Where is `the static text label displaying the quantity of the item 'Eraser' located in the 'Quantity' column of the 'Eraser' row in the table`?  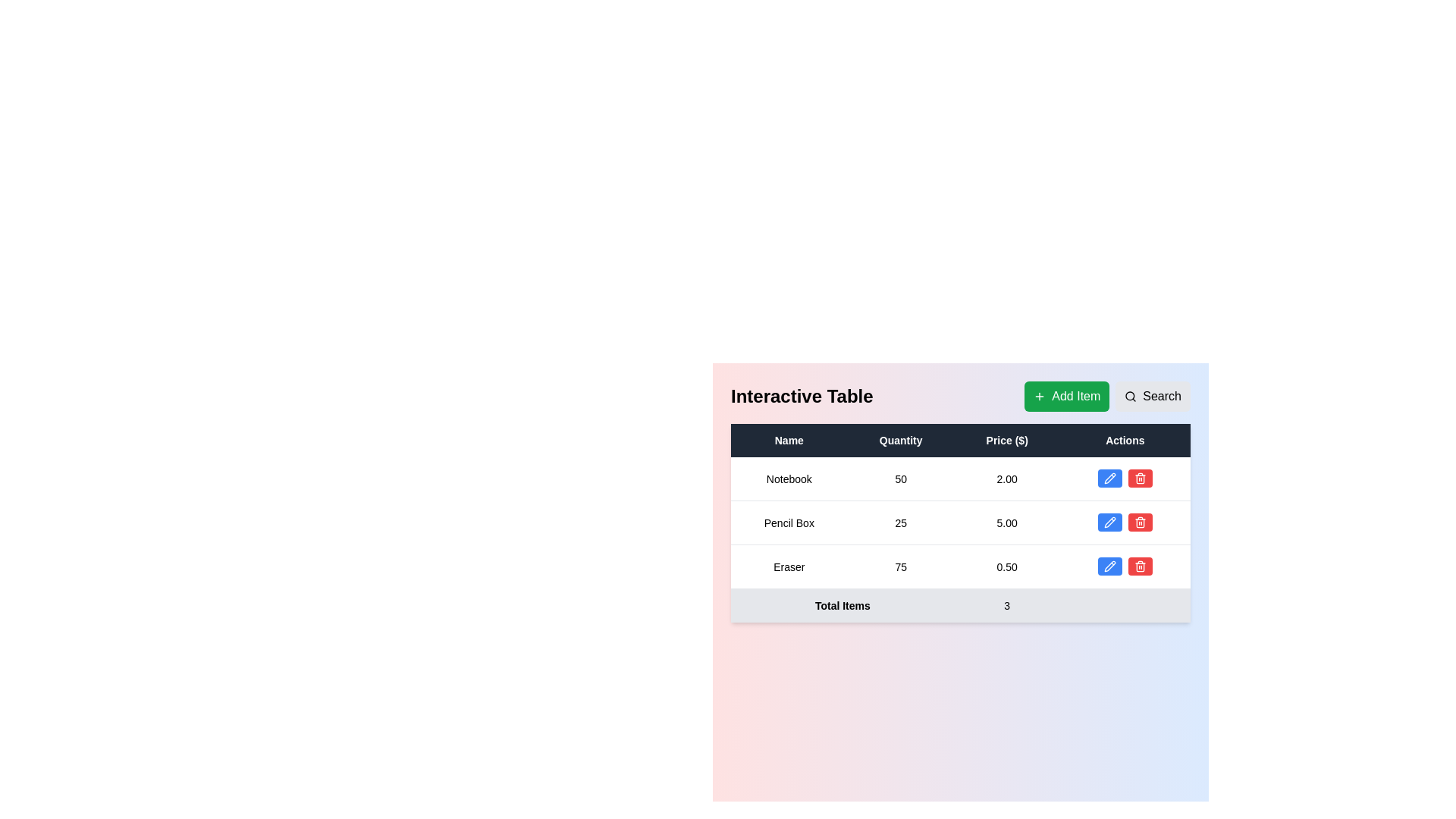 the static text label displaying the quantity of the item 'Eraser' located in the 'Quantity' column of the 'Eraser' row in the table is located at coordinates (901, 566).